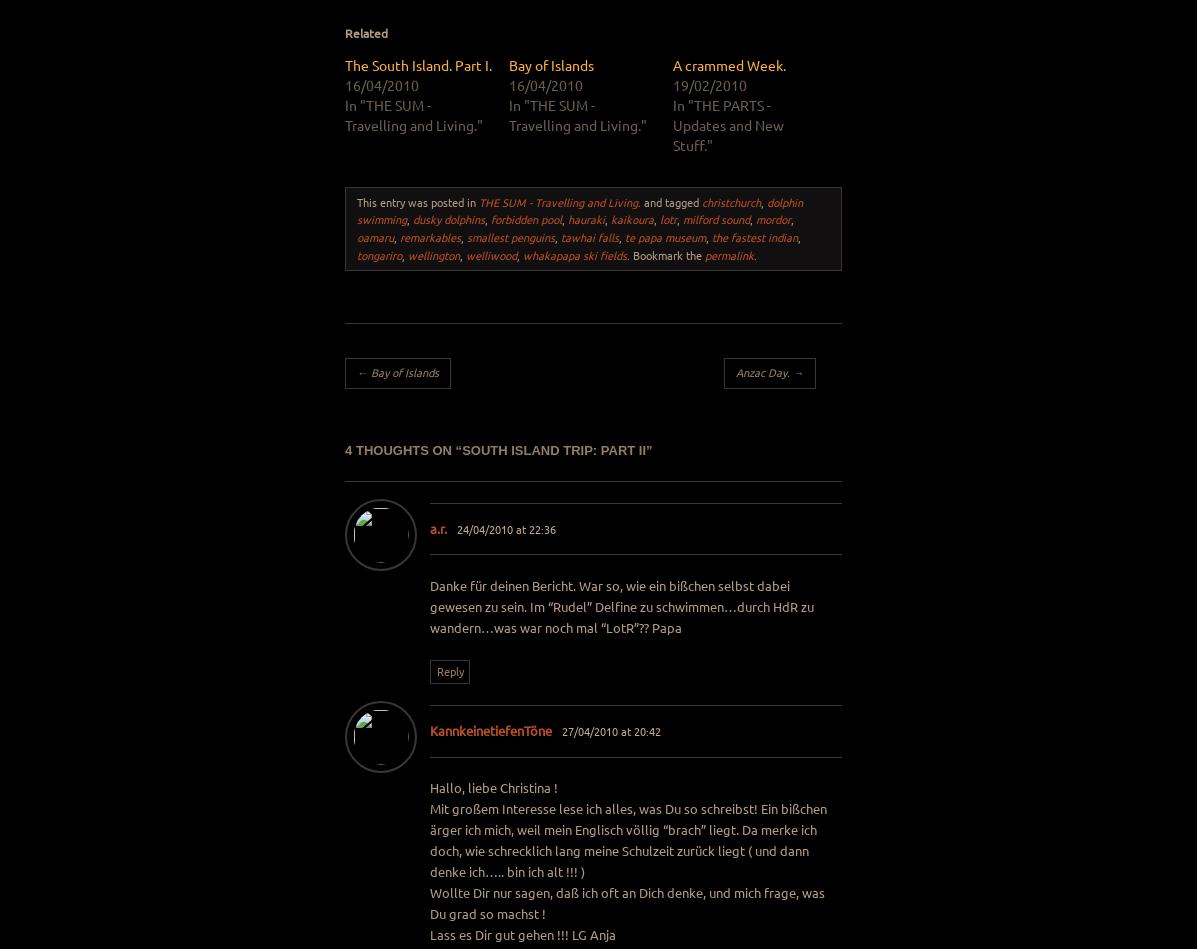 The width and height of the screenshot is (1197, 949). What do you see at coordinates (493, 787) in the screenshot?
I see `'Hallo, liebe Christina !'` at bounding box center [493, 787].